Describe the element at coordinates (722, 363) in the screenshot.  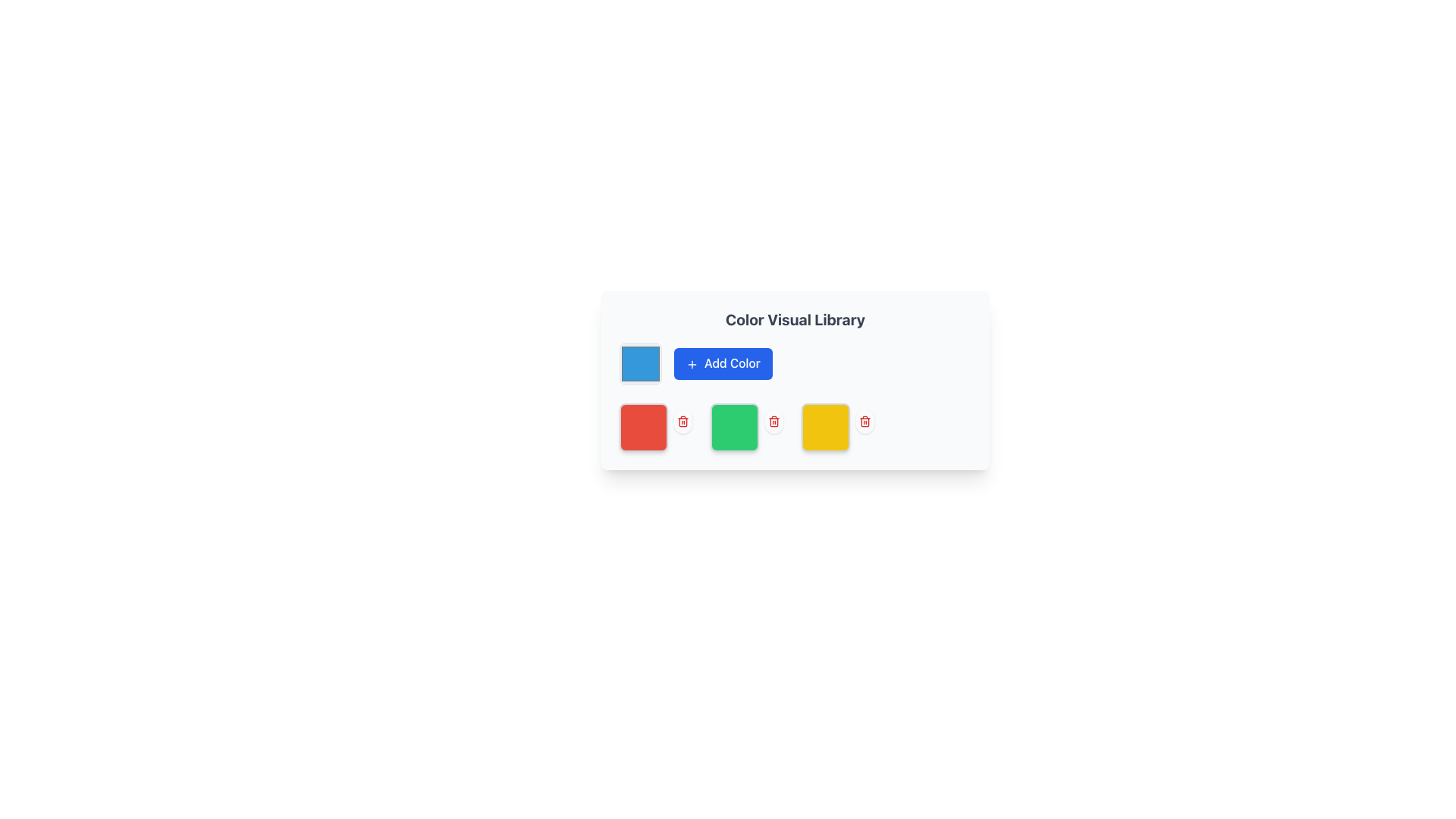
I see `the button located on the right side of the color picker square` at that location.